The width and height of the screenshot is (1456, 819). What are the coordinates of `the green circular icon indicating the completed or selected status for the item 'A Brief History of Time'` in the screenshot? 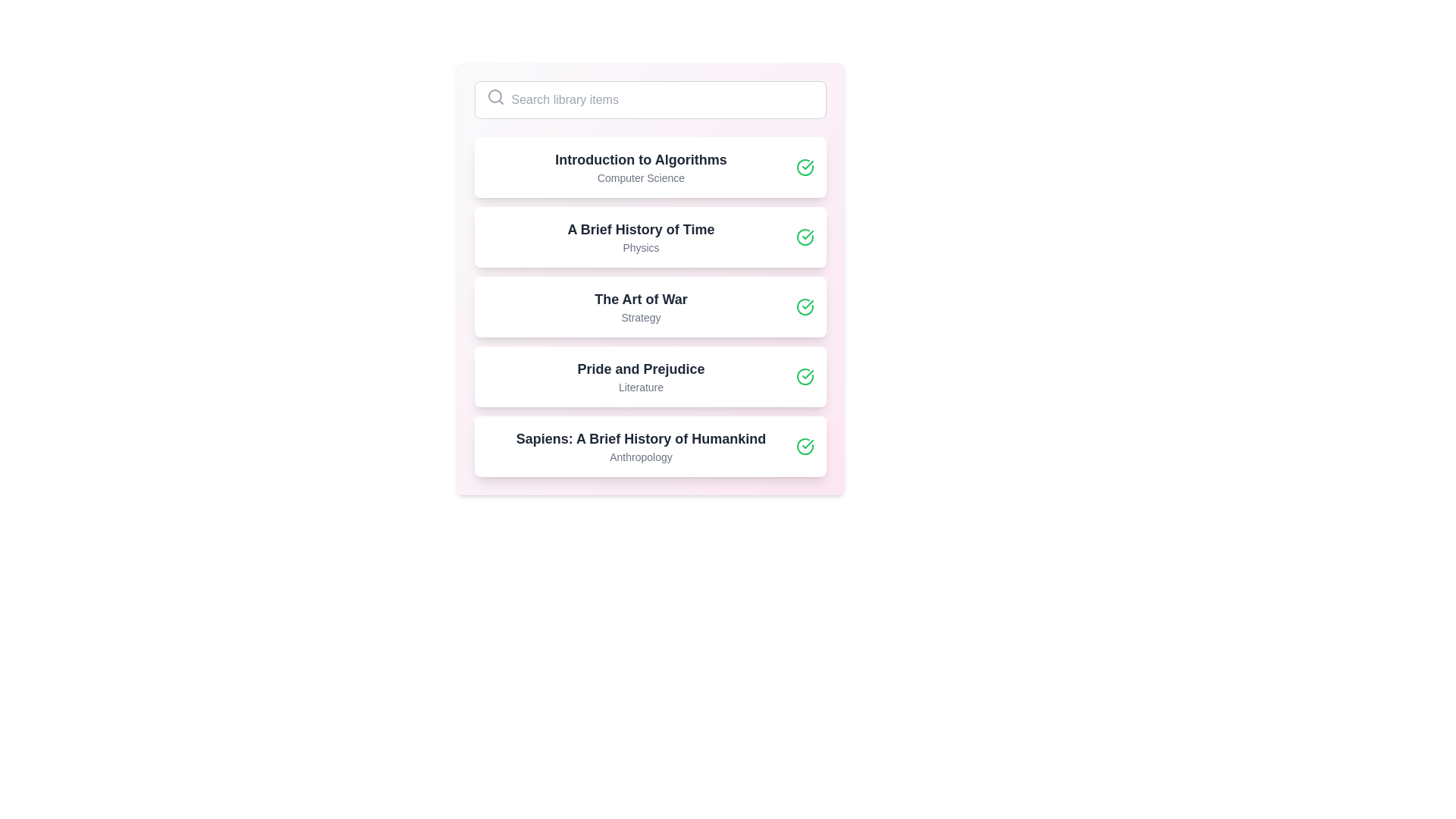 It's located at (804, 237).